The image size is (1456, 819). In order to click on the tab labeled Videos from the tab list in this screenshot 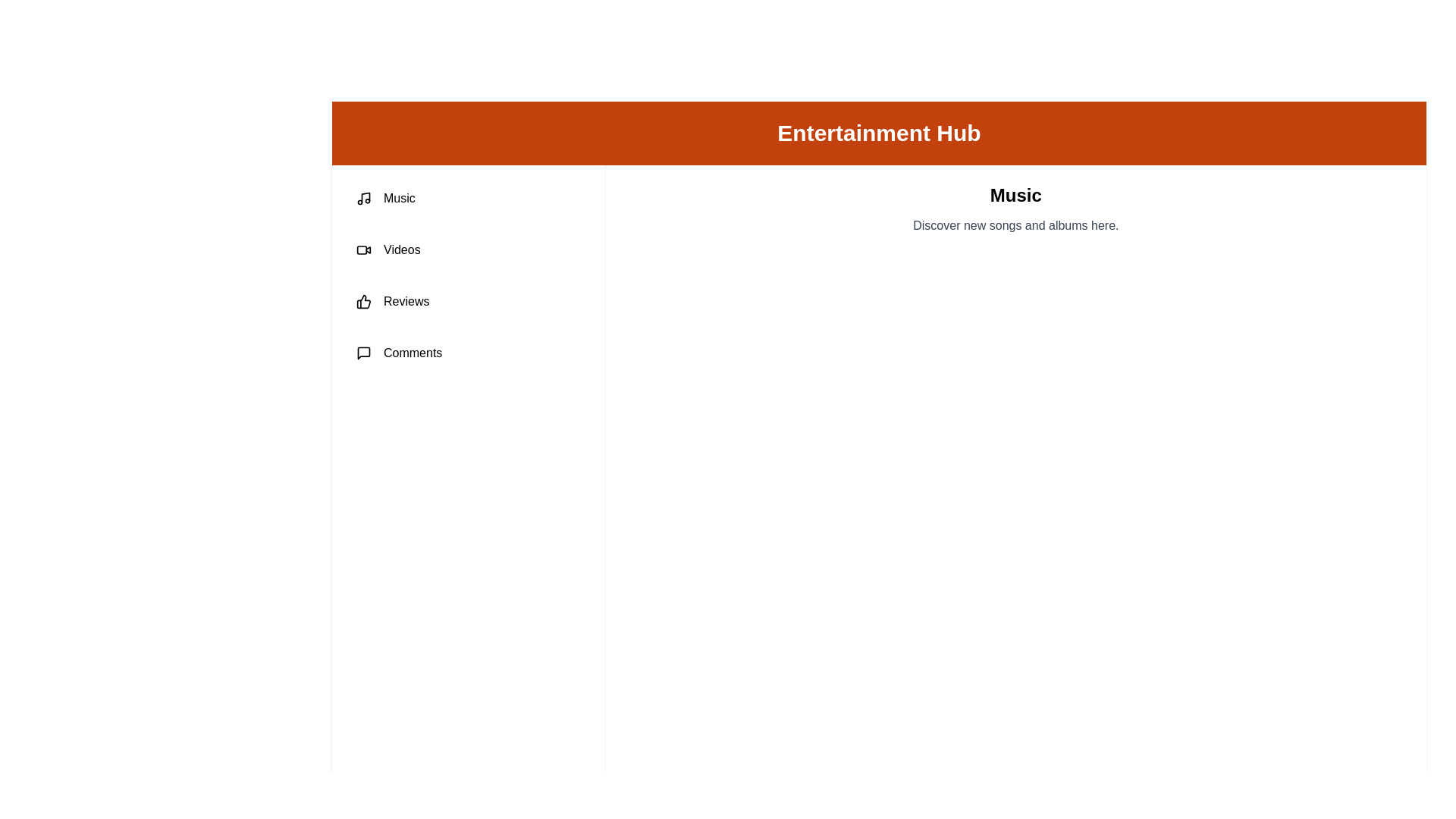, I will do `click(468, 249)`.